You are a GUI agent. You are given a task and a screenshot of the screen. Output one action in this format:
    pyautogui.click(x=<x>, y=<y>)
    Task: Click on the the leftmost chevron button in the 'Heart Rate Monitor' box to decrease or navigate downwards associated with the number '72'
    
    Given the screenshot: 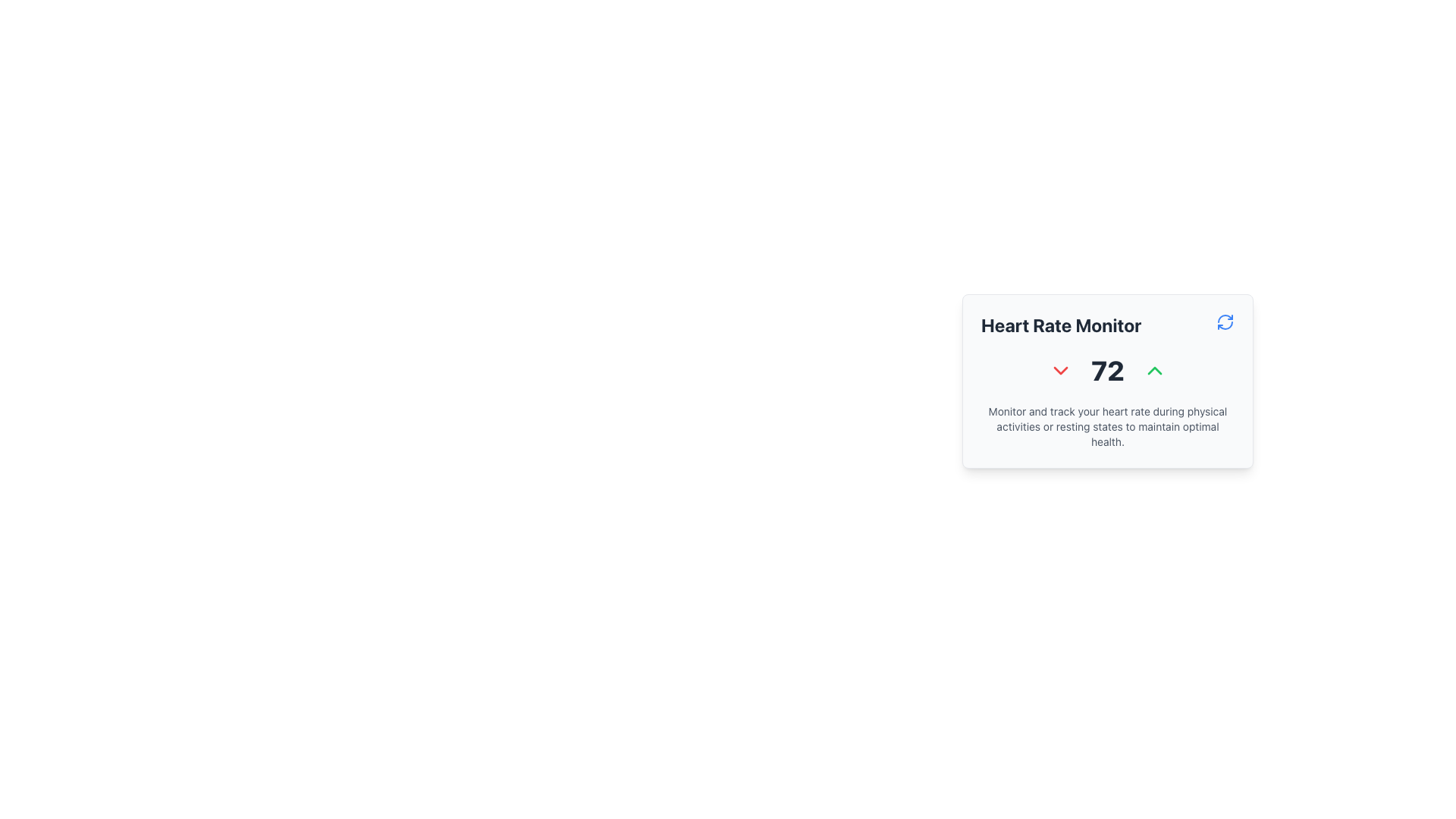 What is the action you would take?
    pyautogui.click(x=1060, y=371)
    